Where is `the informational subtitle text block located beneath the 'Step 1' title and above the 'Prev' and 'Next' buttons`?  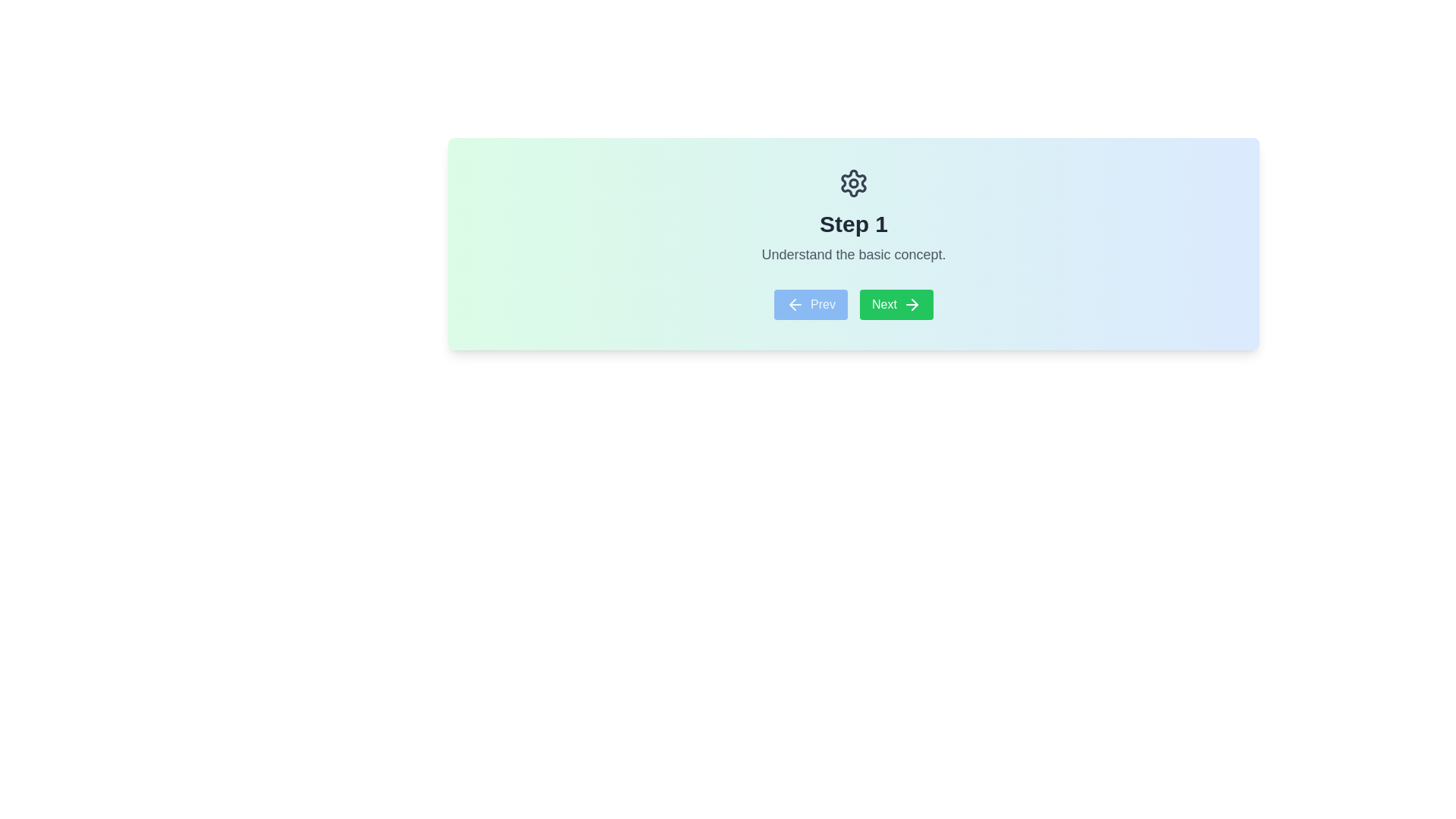 the informational subtitle text block located beneath the 'Step 1' title and above the 'Prev' and 'Next' buttons is located at coordinates (854, 253).